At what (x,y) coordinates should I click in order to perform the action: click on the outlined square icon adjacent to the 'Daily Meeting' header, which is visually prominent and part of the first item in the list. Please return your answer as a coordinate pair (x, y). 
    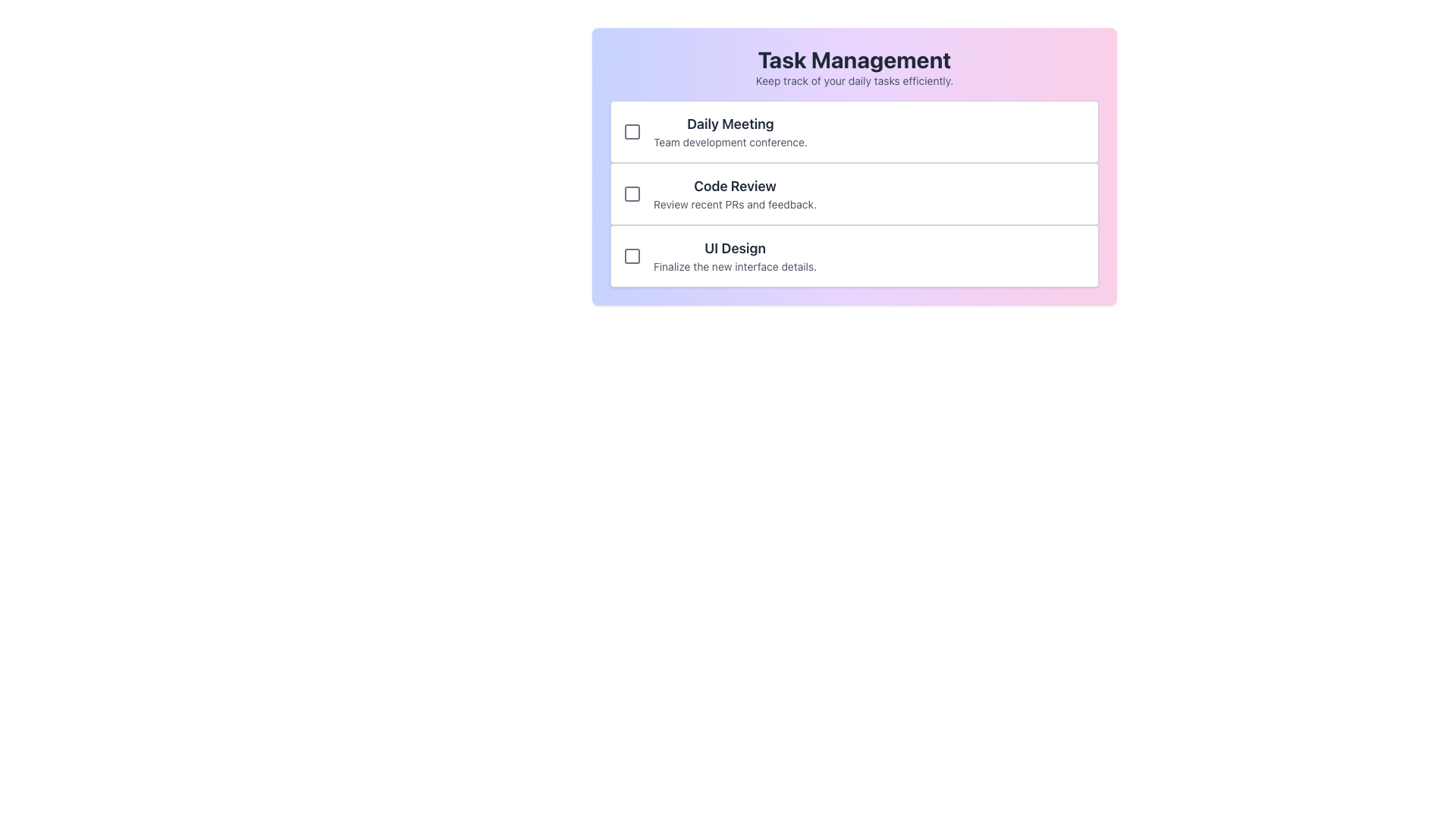
    Looking at the image, I should click on (632, 130).